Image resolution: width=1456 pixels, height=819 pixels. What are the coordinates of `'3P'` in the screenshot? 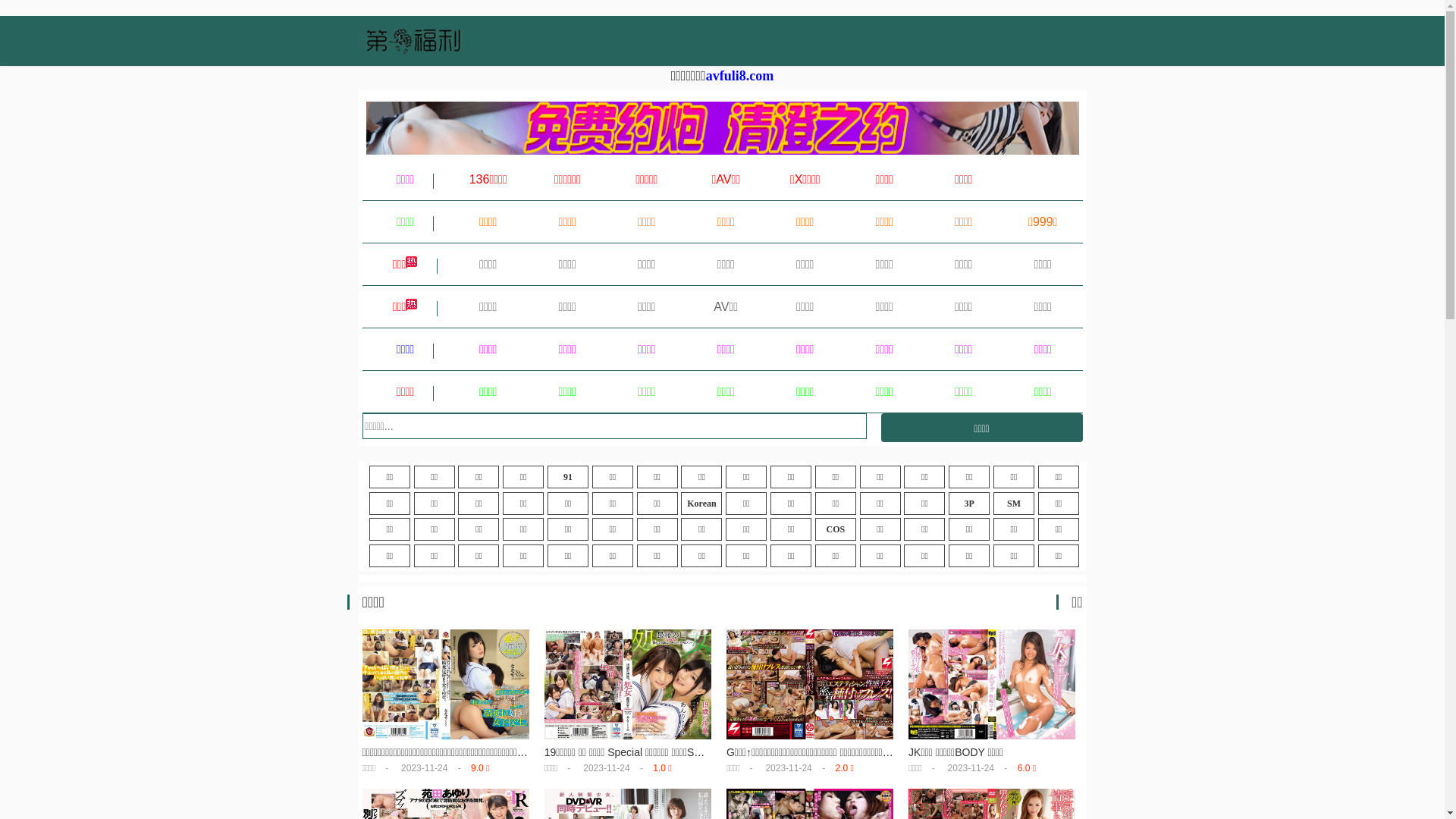 It's located at (968, 503).